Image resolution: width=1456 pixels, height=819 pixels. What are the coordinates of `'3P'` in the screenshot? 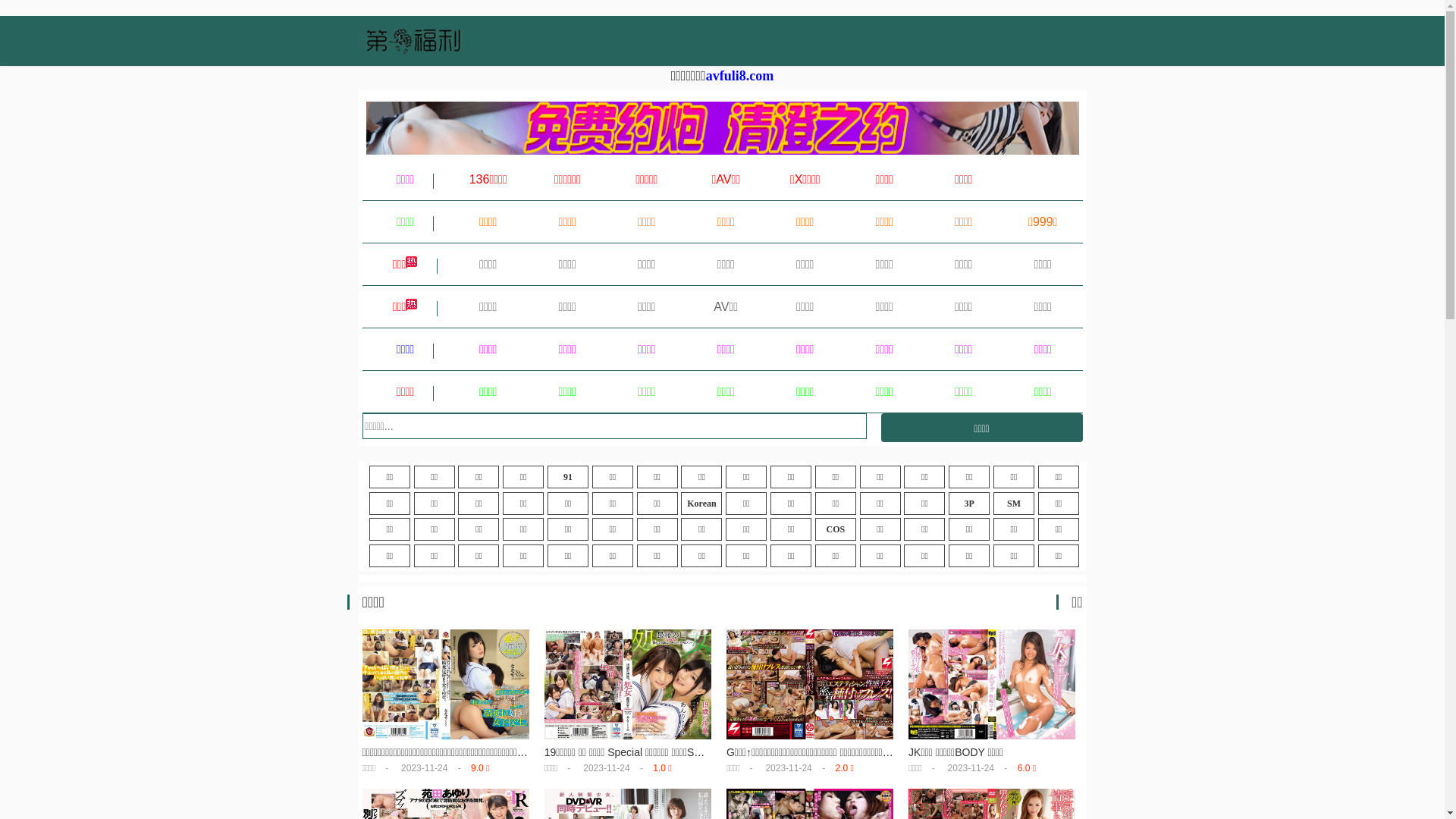 It's located at (968, 503).